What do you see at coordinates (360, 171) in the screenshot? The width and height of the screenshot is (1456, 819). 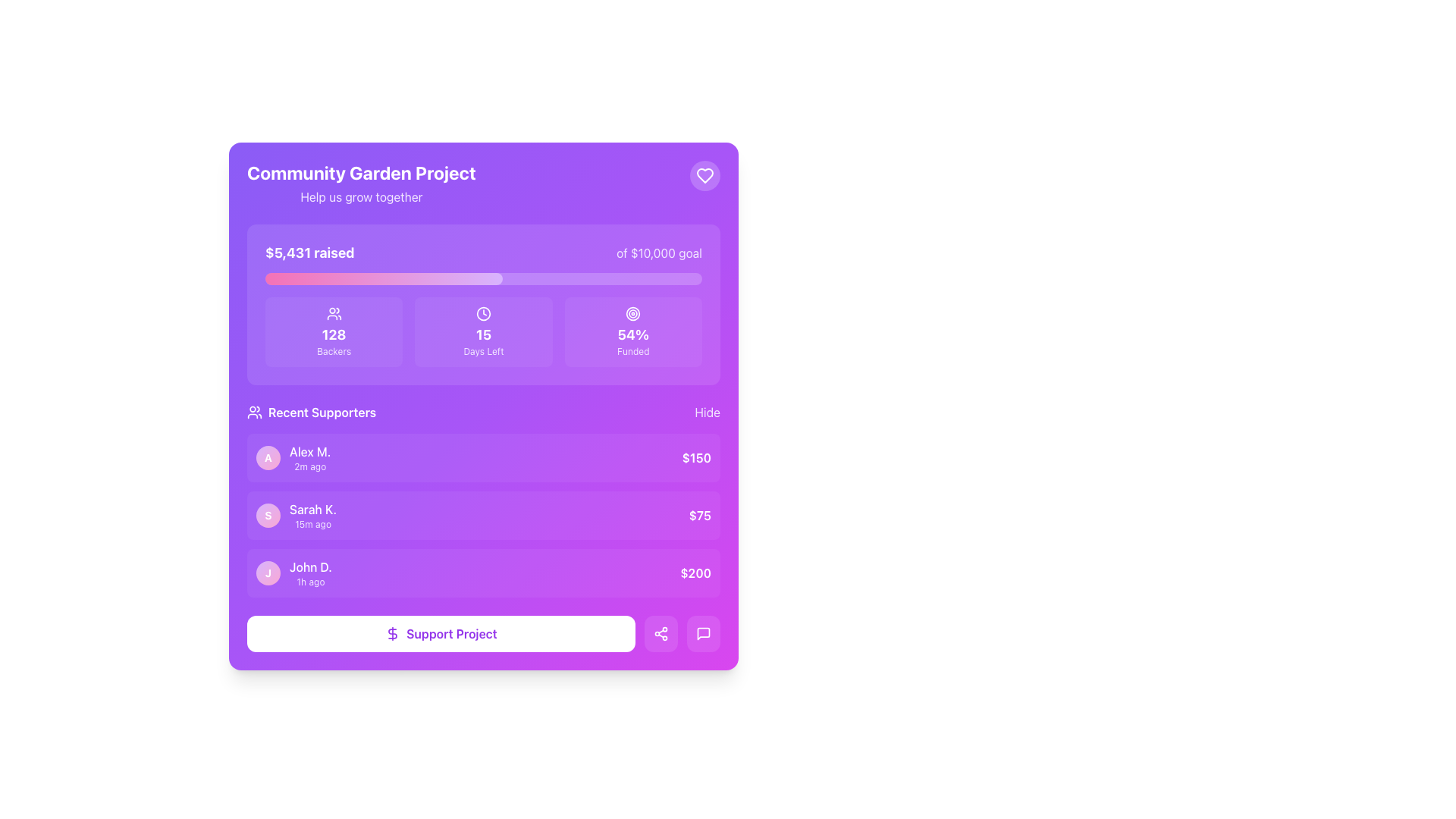 I see `the main title text element located at the top of the purple-styled section` at bounding box center [360, 171].